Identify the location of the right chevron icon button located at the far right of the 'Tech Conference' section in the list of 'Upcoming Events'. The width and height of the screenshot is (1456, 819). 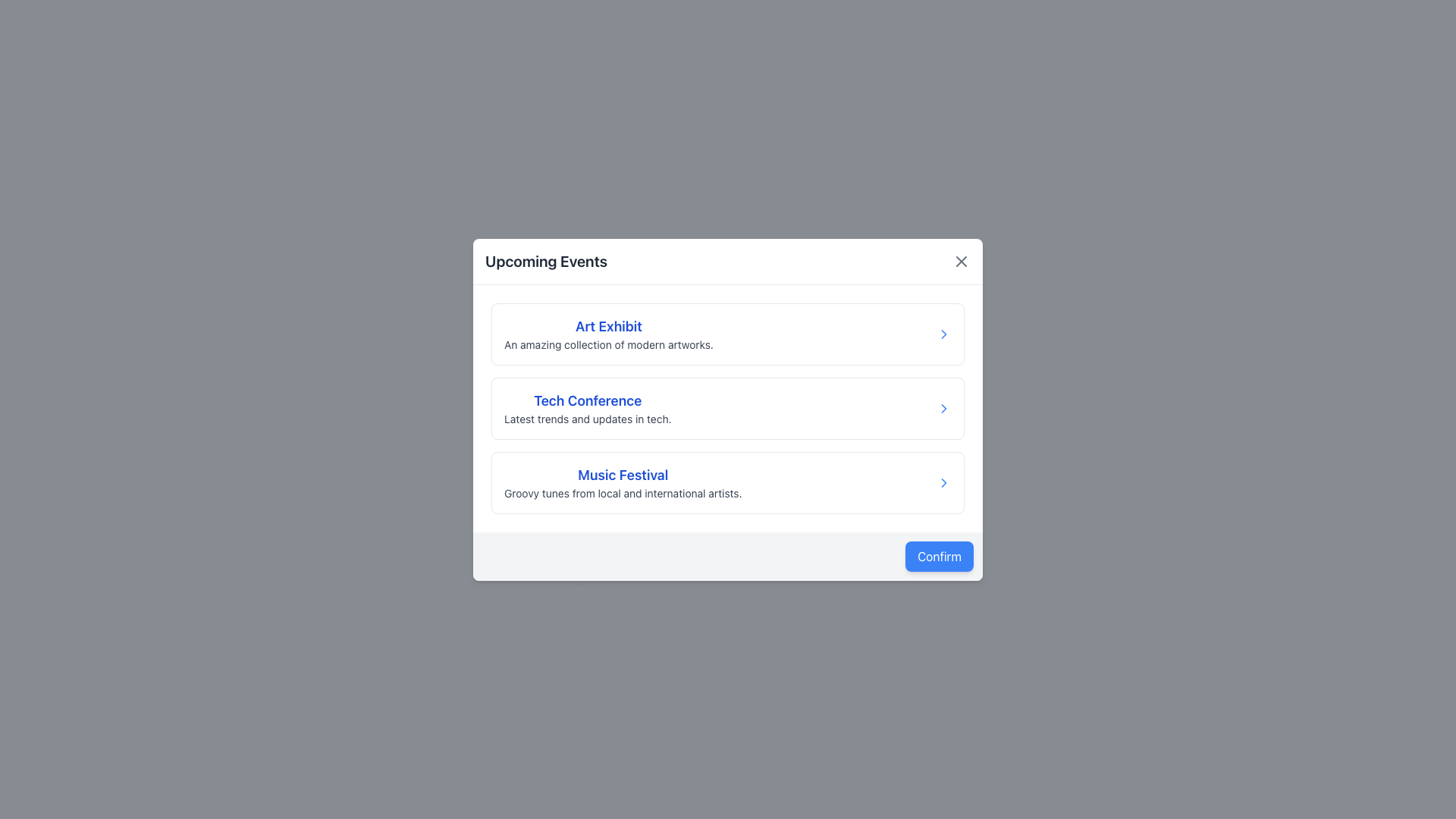
(943, 407).